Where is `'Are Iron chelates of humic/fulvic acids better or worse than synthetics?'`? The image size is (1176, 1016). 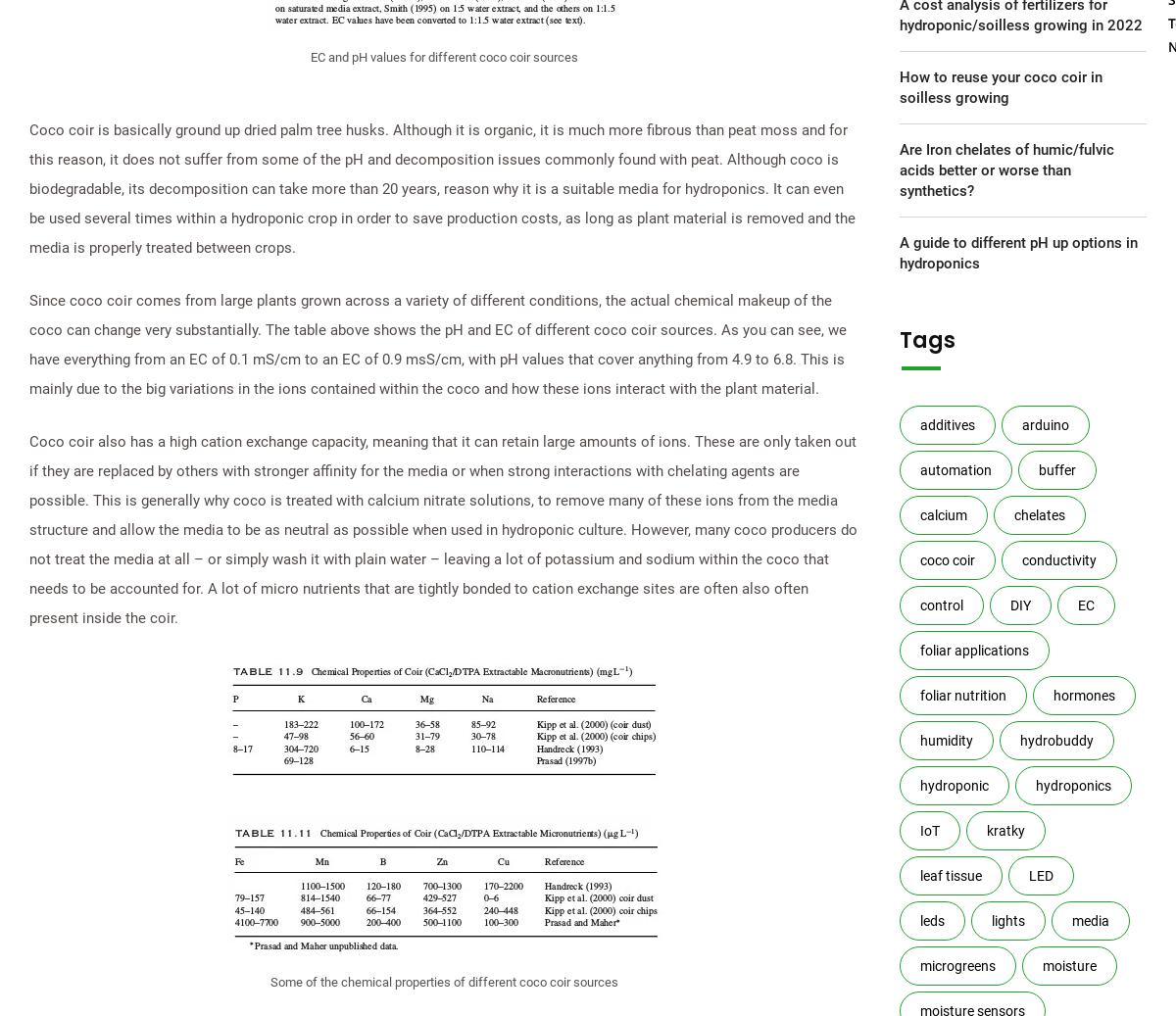
'Are Iron chelates of humic/fulvic acids better or worse than synthetics?' is located at coordinates (1005, 169).